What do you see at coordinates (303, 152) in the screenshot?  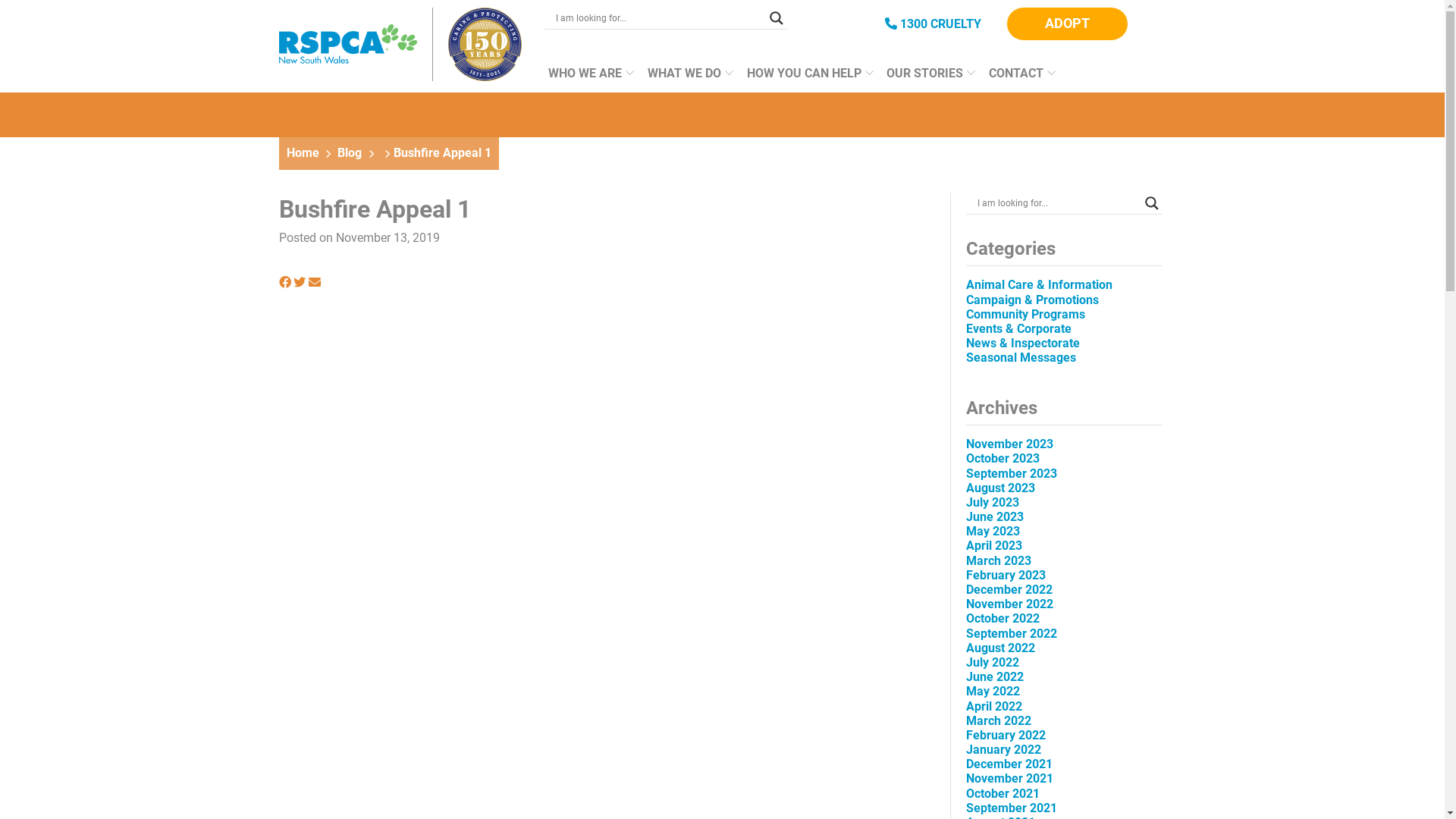 I see `'Home'` at bounding box center [303, 152].